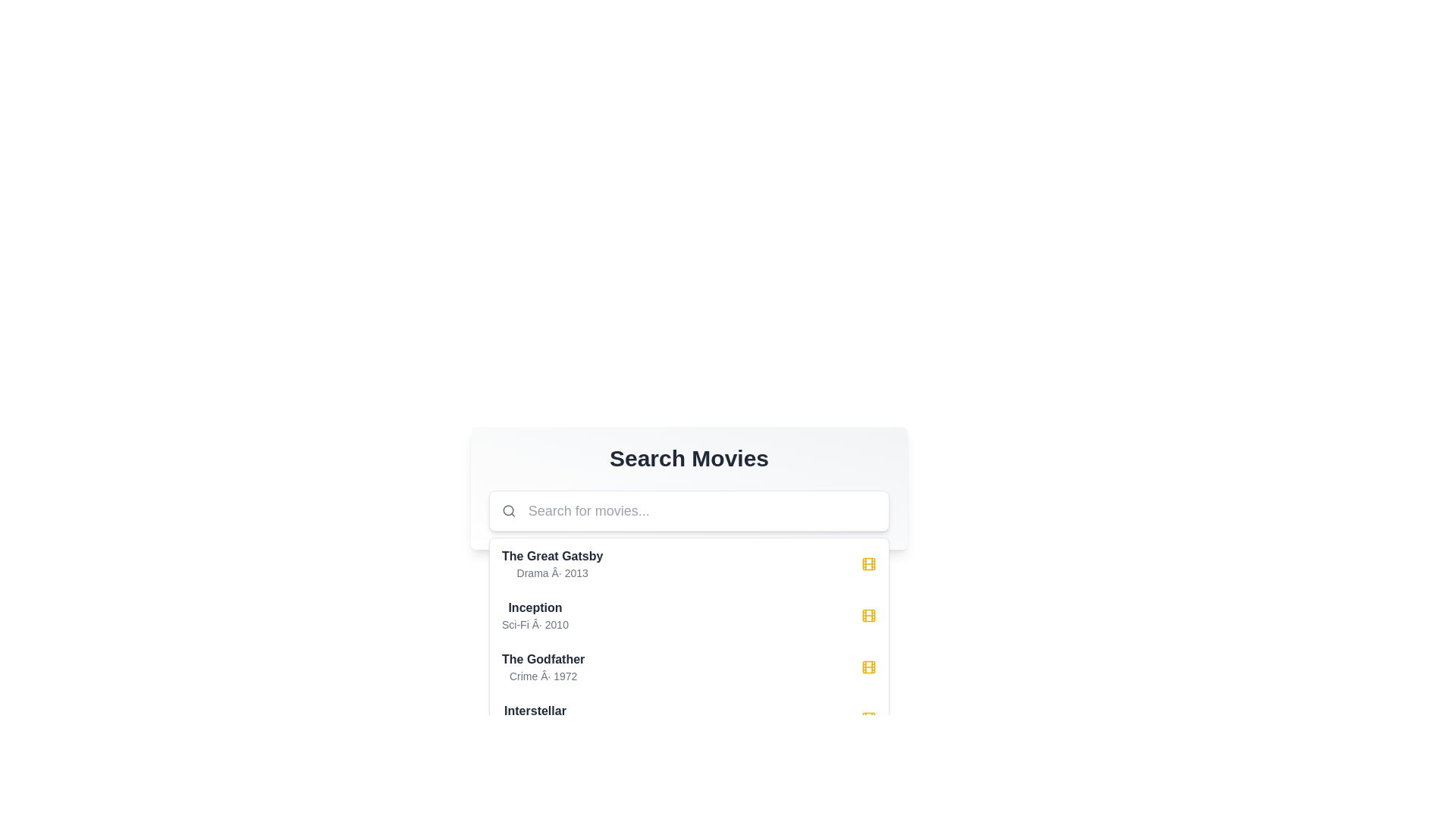 This screenshot has height=819, width=1456. Describe the element at coordinates (688, 718) in the screenshot. I see `the fourth list item in the dropdown menu` at that location.